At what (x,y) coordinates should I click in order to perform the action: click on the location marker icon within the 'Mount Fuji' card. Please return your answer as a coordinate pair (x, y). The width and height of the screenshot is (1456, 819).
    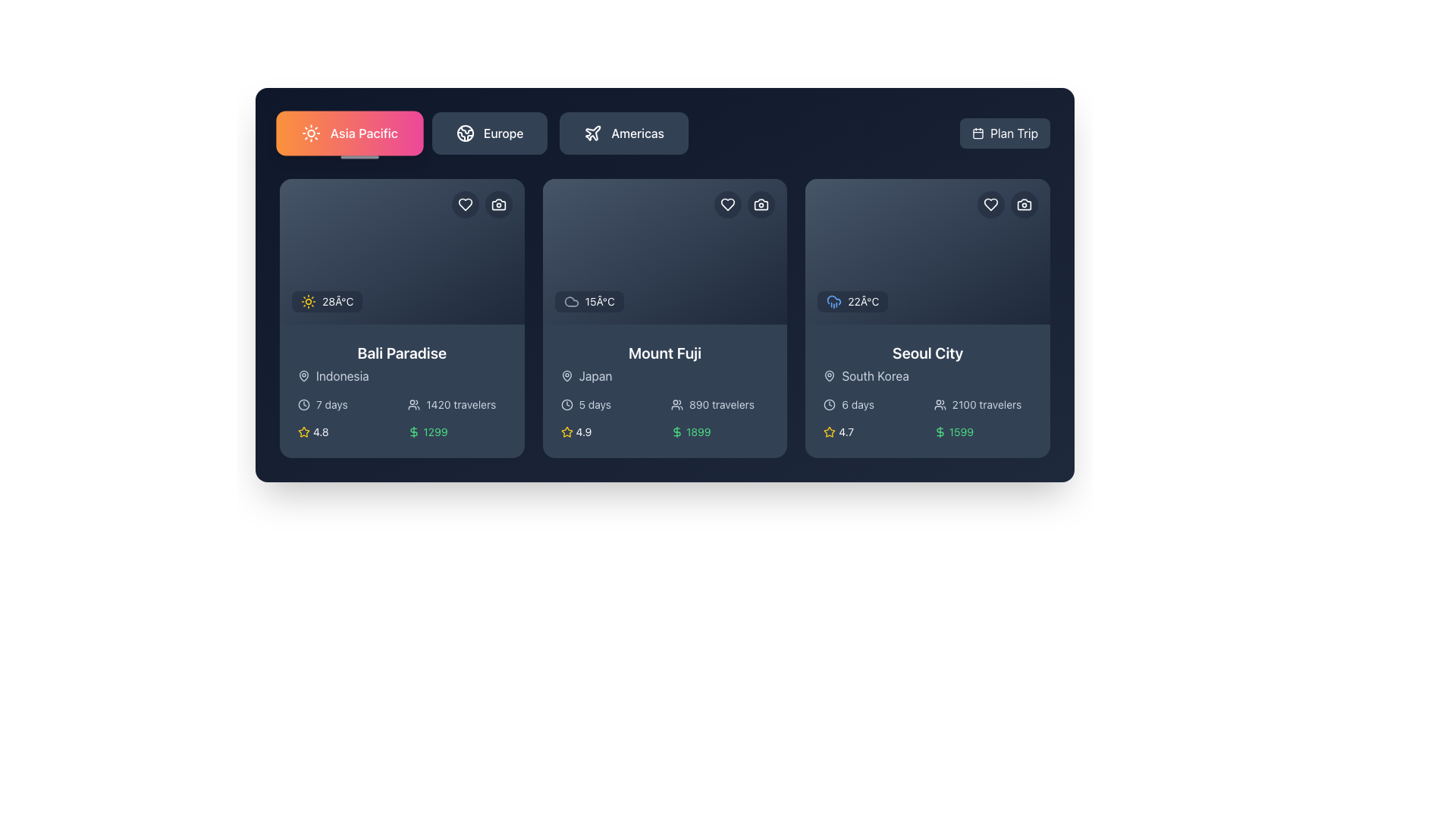
    Looking at the image, I should click on (566, 375).